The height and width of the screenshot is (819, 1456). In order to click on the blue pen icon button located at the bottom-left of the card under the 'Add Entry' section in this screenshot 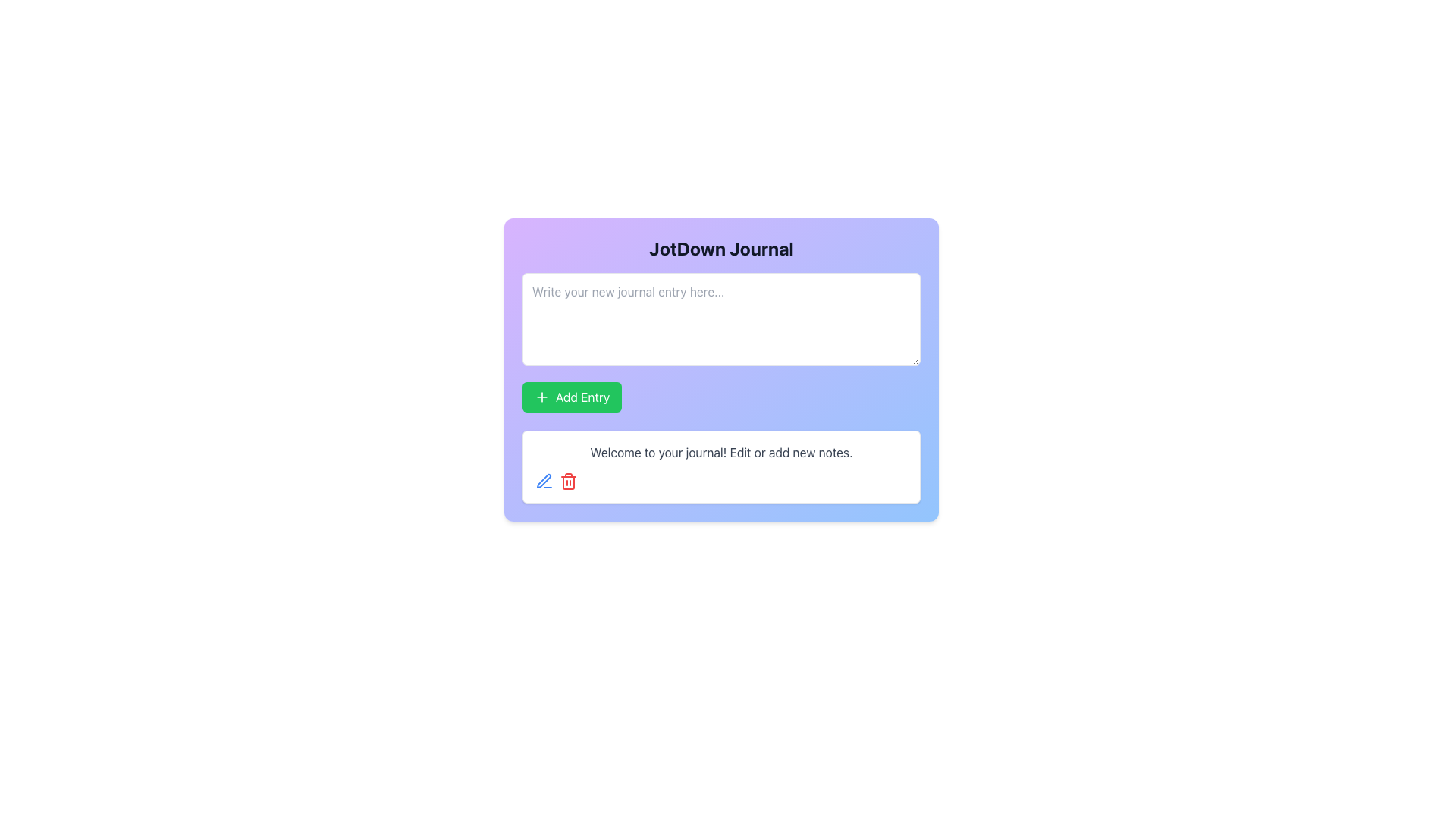, I will do `click(544, 480)`.